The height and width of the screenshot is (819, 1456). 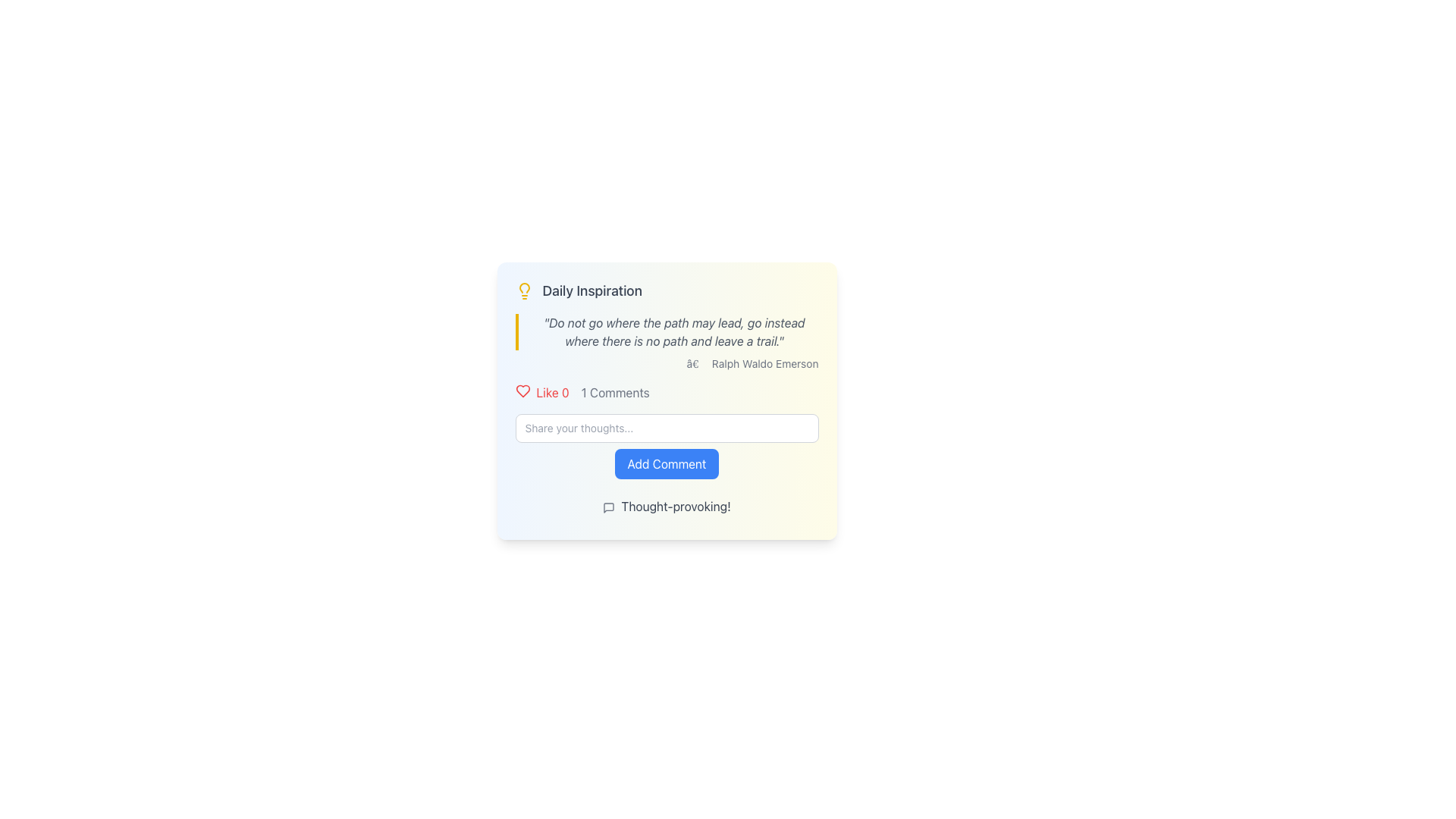 What do you see at coordinates (591, 291) in the screenshot?
I see `the text label that reads 'Daily Inspiration' which is prominently displayed within a content card, following the lightbulb icon` at bounding box center [591, 291].